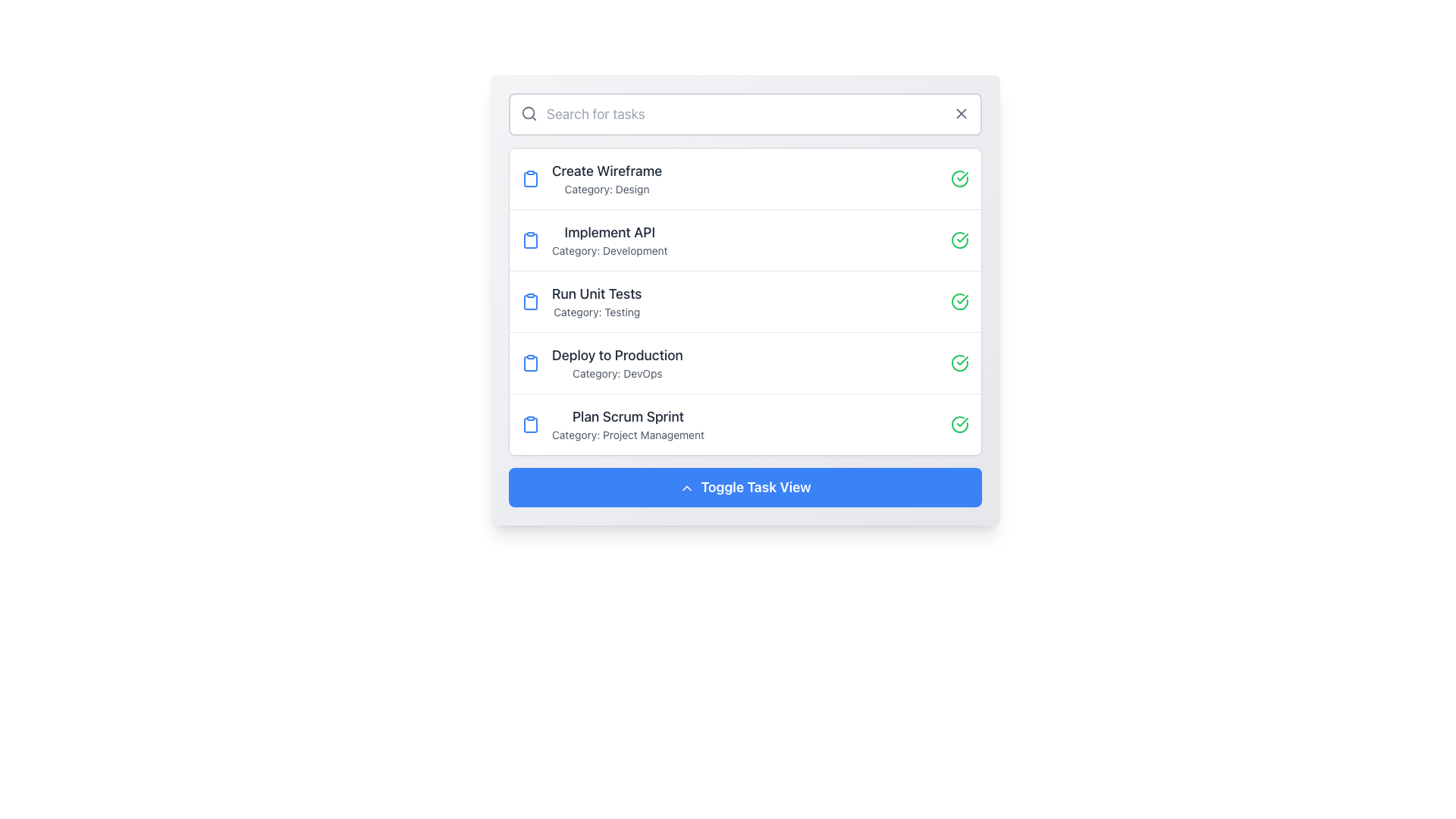 Image resolution: width=1456 pixels, height=819 pixels. Describe the element at coordinates (531, 425) in the screenshot. I see `the 'Plan Scrum Sprint' icon, which visually represents the task and is located toward the bottom of the list of similar task icons` at that location.